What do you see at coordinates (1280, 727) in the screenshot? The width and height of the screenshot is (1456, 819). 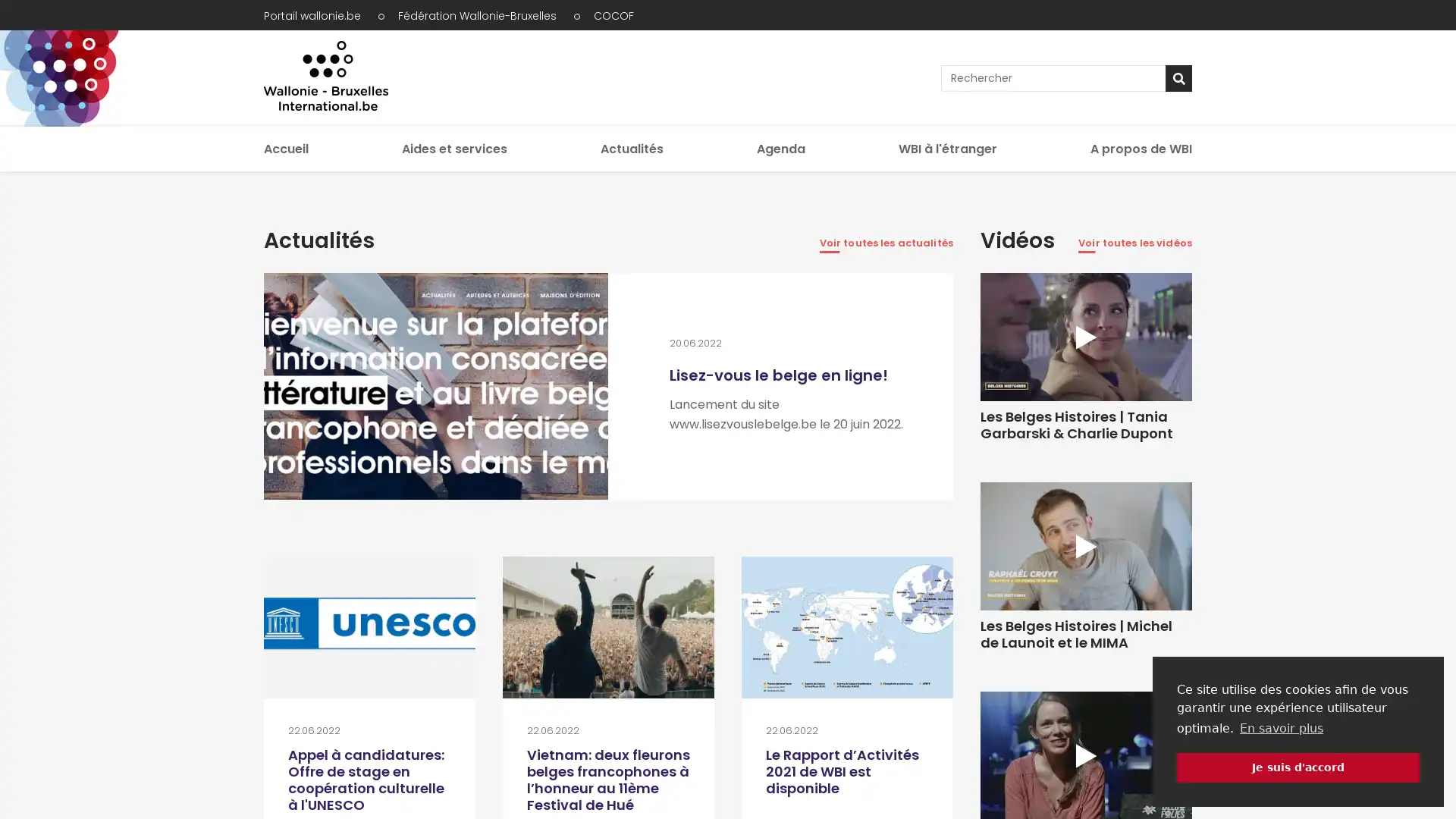 I see `learn more about cookies` at bounding box center [1280, 727].